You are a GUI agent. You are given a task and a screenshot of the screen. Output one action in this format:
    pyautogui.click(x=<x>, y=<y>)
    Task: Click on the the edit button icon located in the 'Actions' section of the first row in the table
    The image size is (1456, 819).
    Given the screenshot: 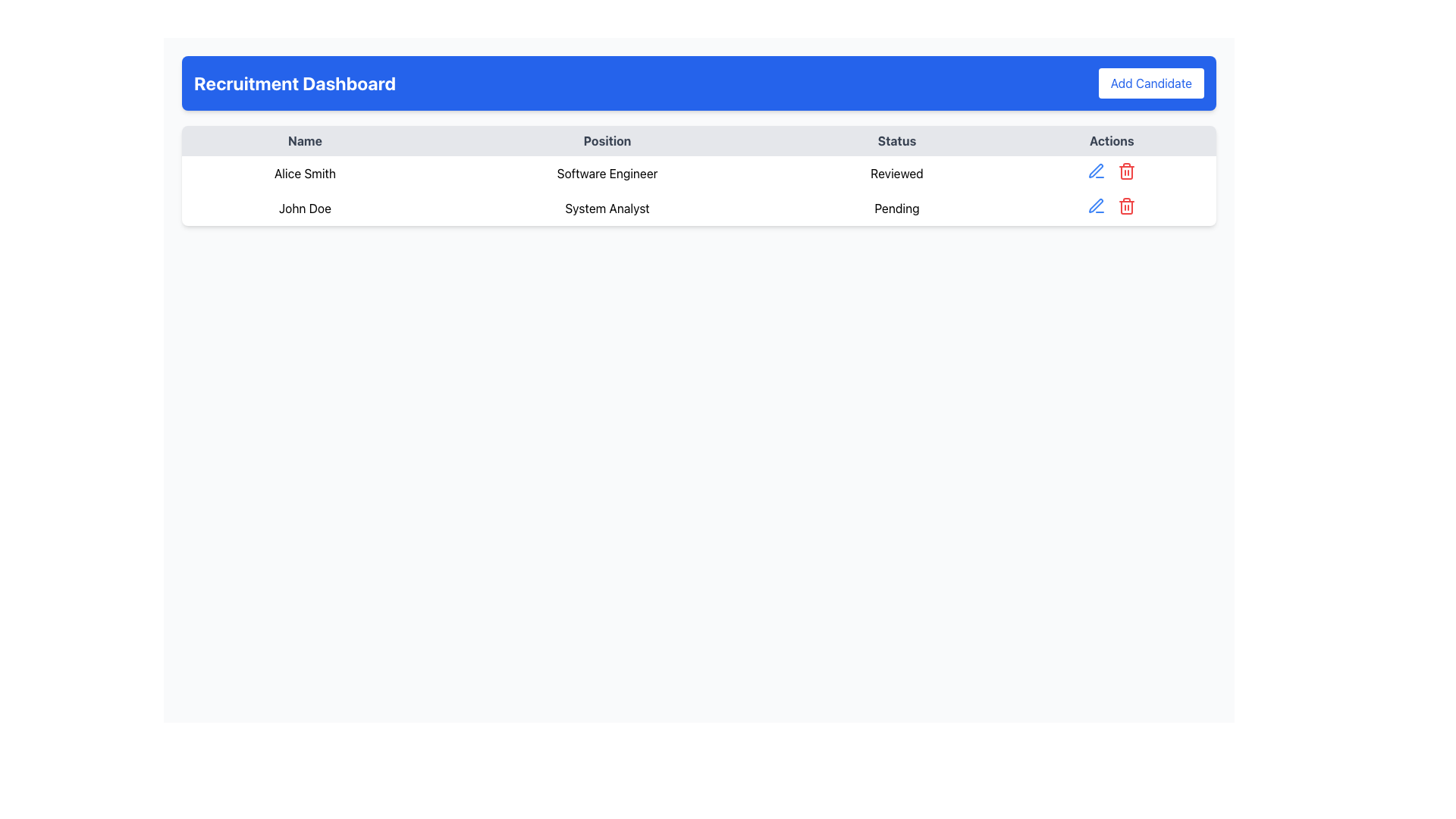 What is the action you would take?
    pyautogui.click(x=1096, y=206)
    